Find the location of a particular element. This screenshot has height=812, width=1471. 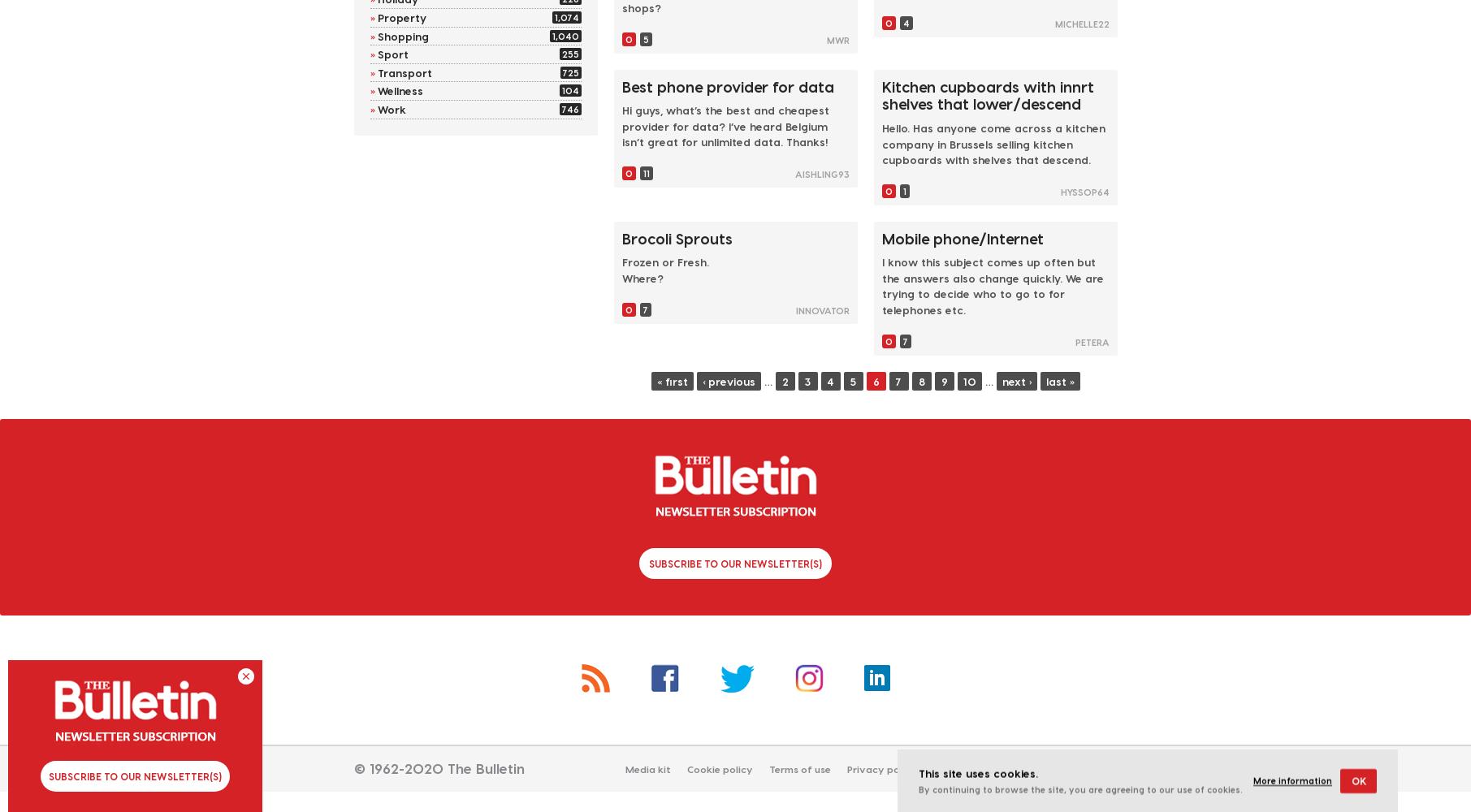

'Shopping' is located at coordinates (402, 35).